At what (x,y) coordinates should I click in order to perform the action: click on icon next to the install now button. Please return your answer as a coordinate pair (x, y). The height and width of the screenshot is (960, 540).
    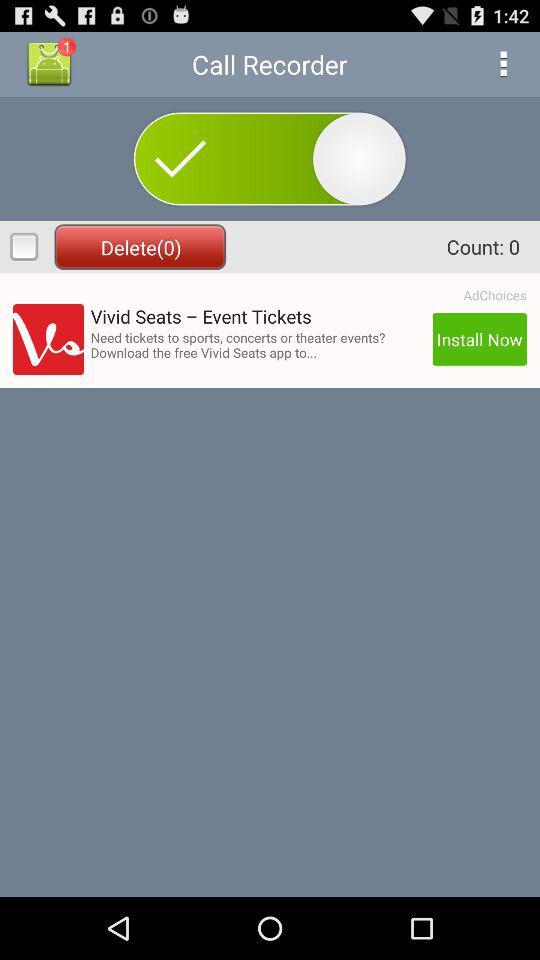
    Looking at the image, I should click on (258, 345).